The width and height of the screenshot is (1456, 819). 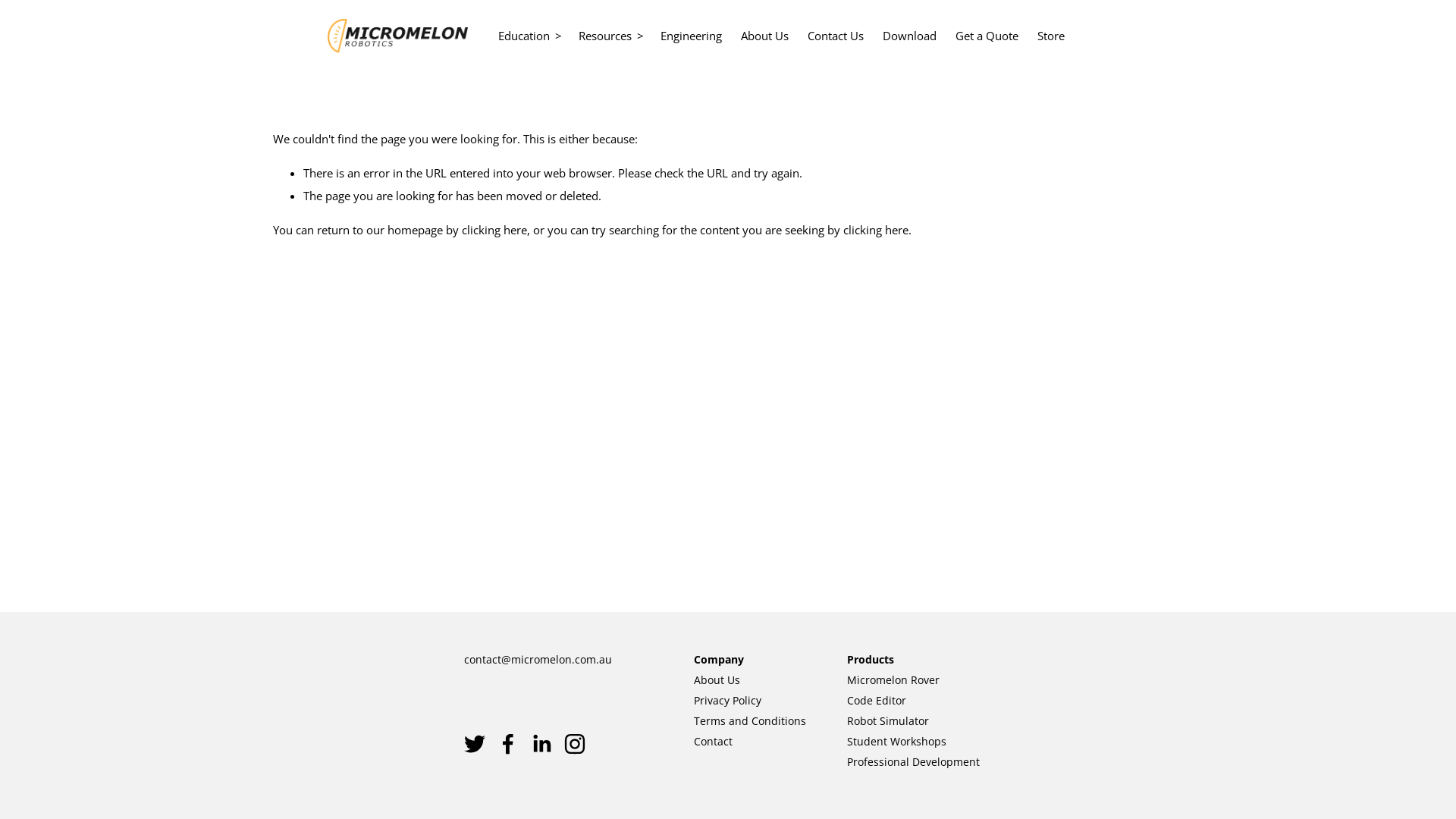 I want to click on 'Robot Simulator', so click(x=888, y=720).